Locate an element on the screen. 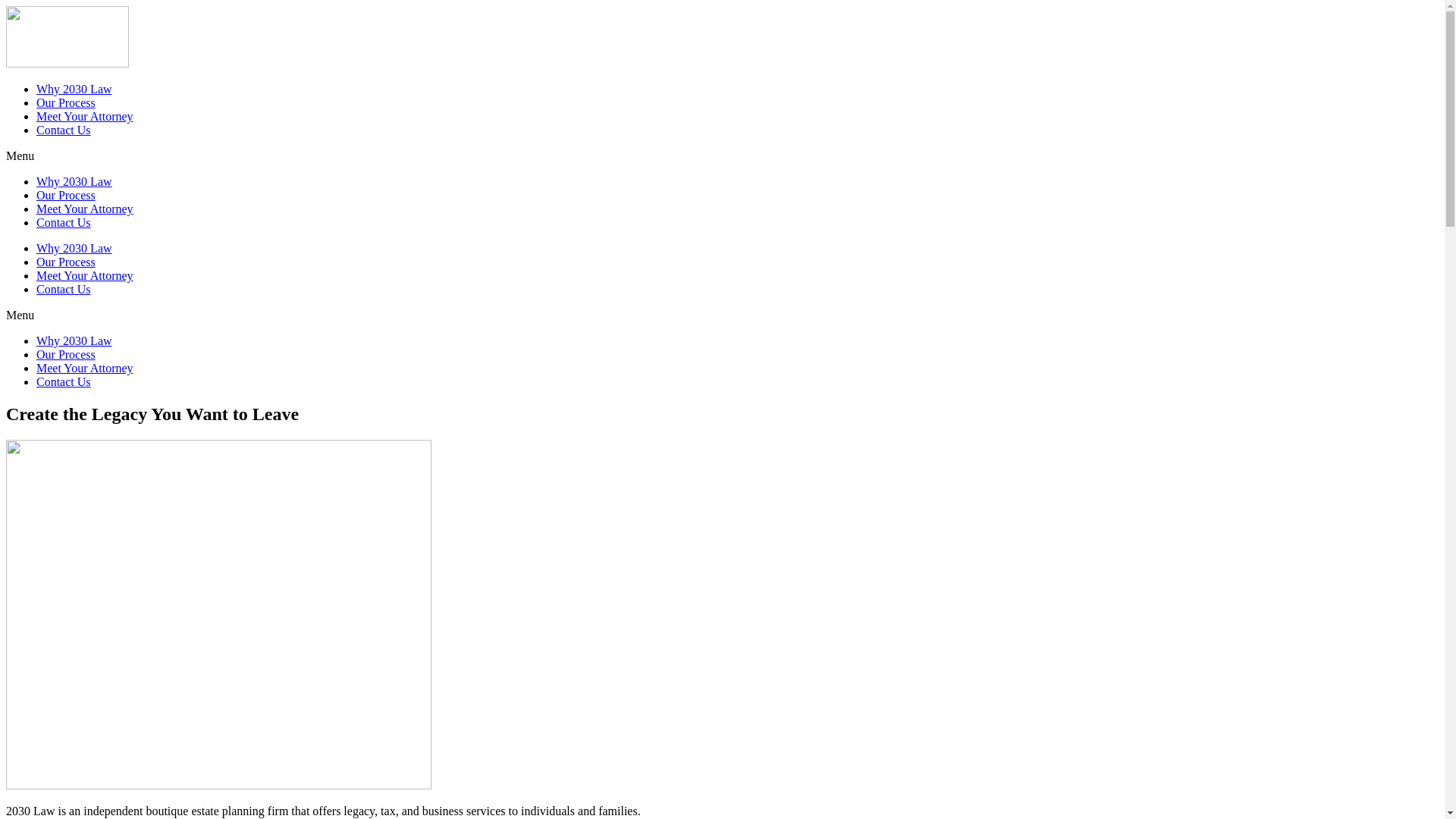 The width and height of the screenshot is (1456, 819). 'Why 2030 Law' is located at coordinates (73, 89).